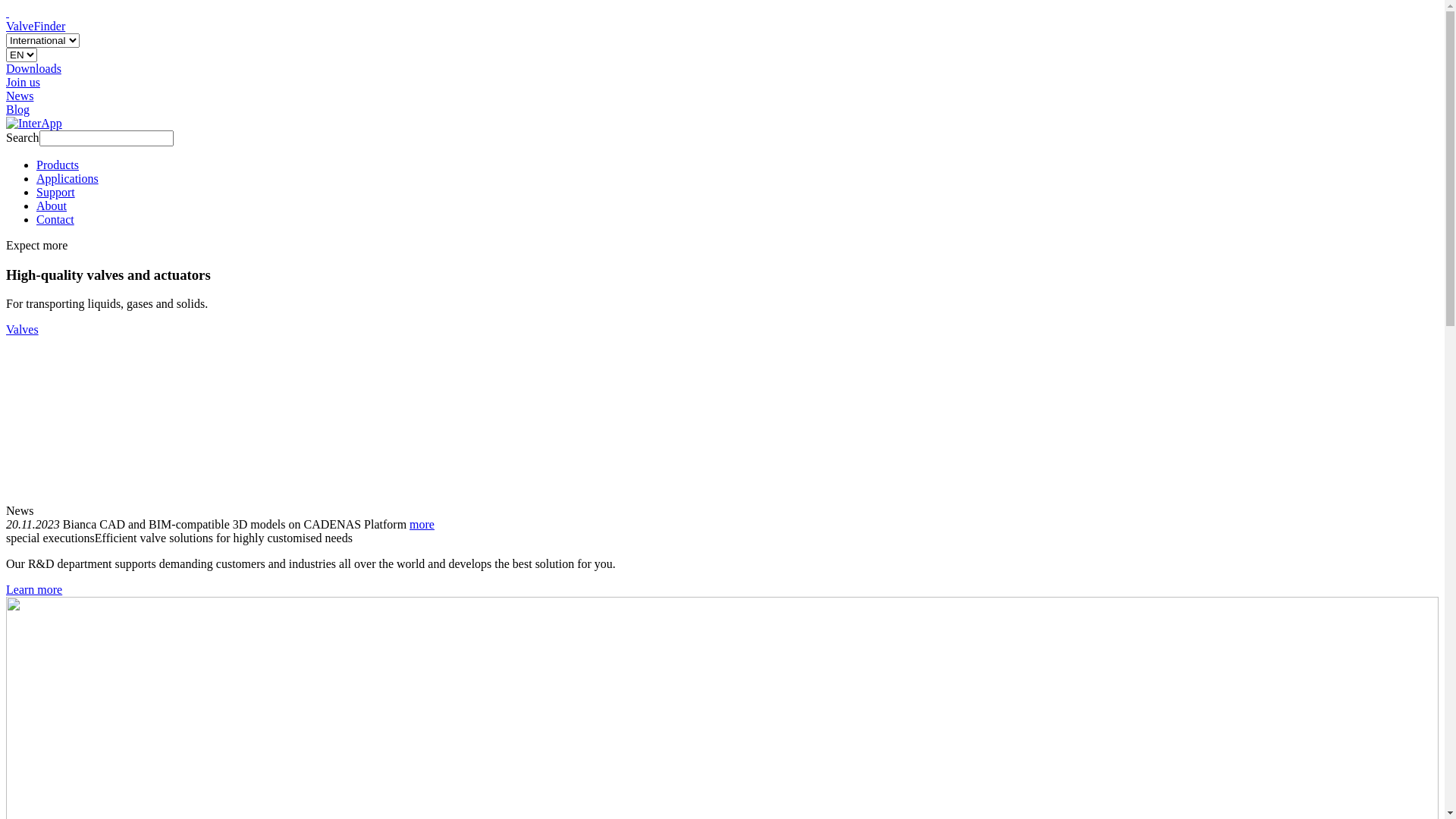  What do you see at coordinates (17, 108) in the screenshot?
I see `'Blog'` at bounding box center [17, 108].